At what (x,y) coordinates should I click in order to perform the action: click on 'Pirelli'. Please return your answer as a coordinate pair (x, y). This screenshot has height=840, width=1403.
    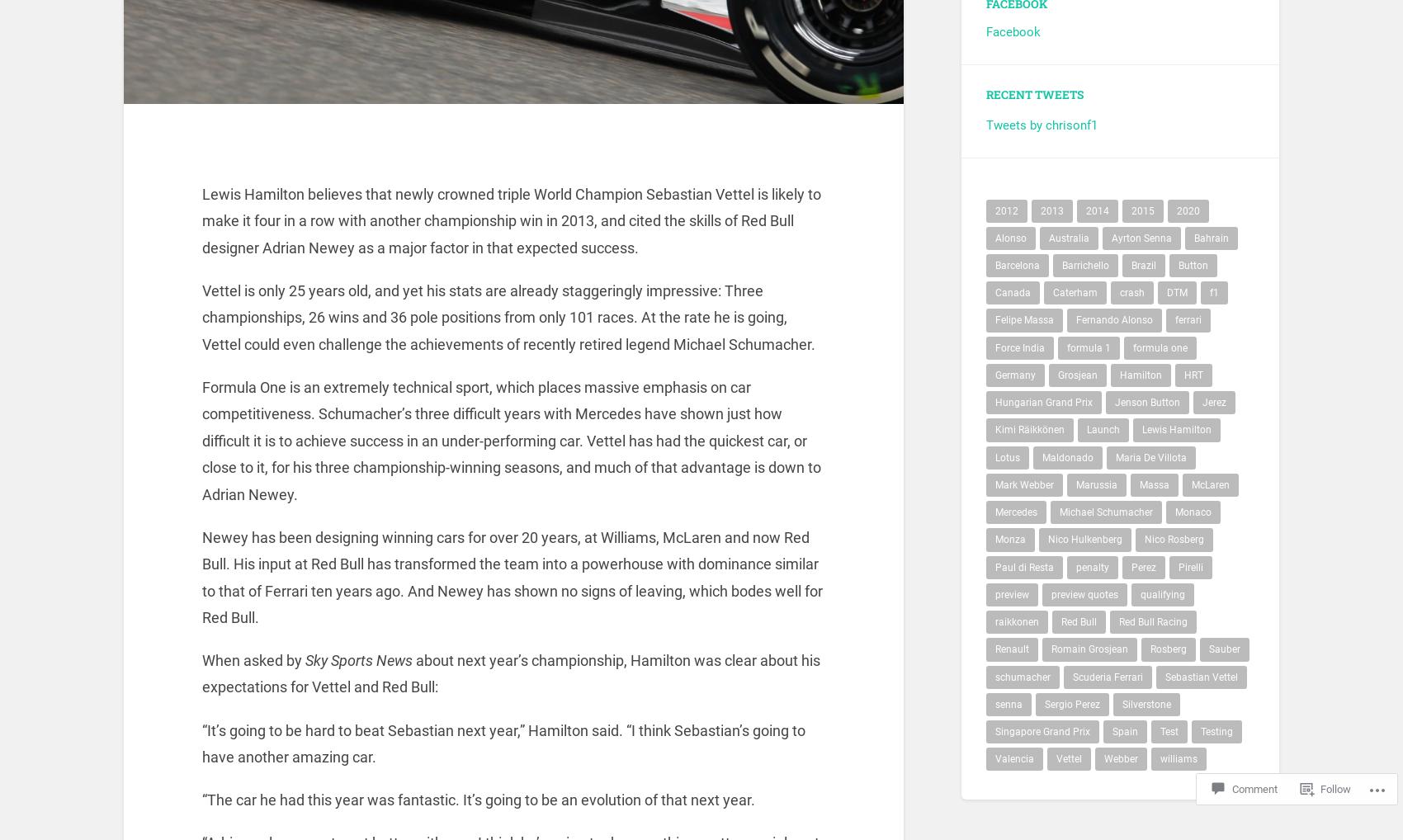
    Looking at the image, I should click on (1189, 576).